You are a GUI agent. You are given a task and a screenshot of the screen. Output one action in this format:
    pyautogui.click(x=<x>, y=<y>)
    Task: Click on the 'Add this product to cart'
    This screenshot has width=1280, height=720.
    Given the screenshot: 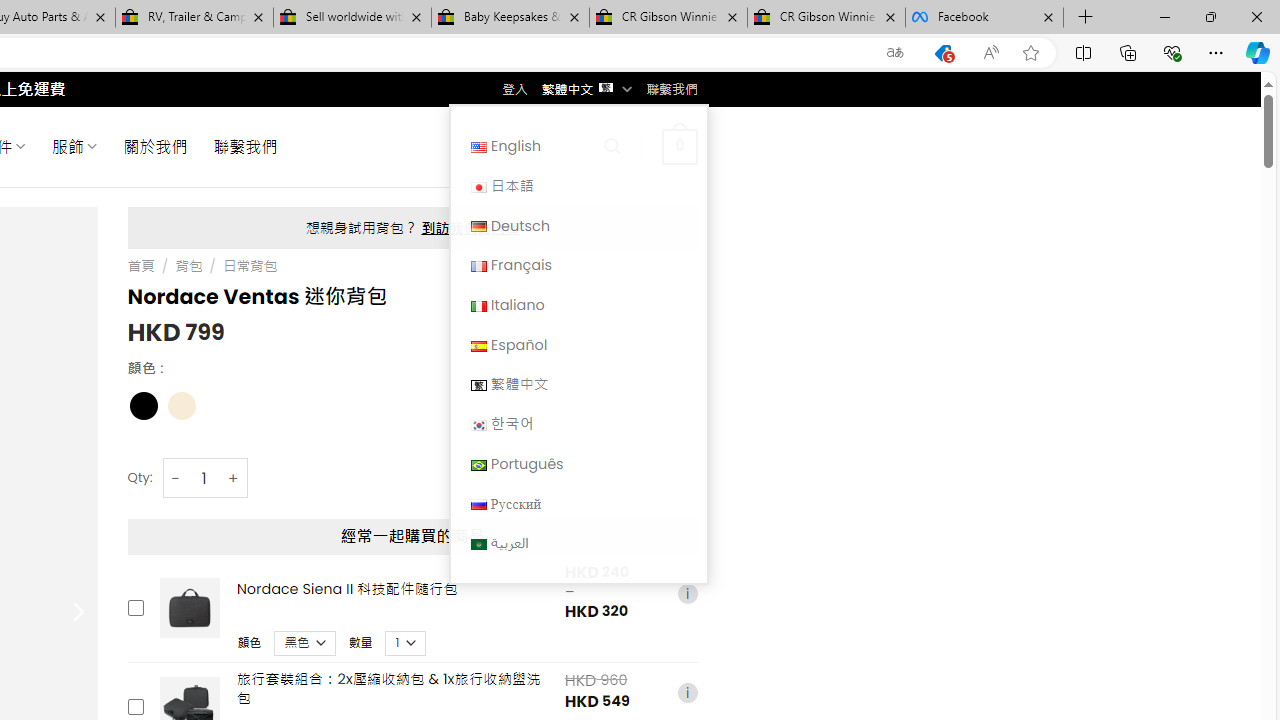 What is the action you would take?
    pyautogui.click(x=134, y=706)
    